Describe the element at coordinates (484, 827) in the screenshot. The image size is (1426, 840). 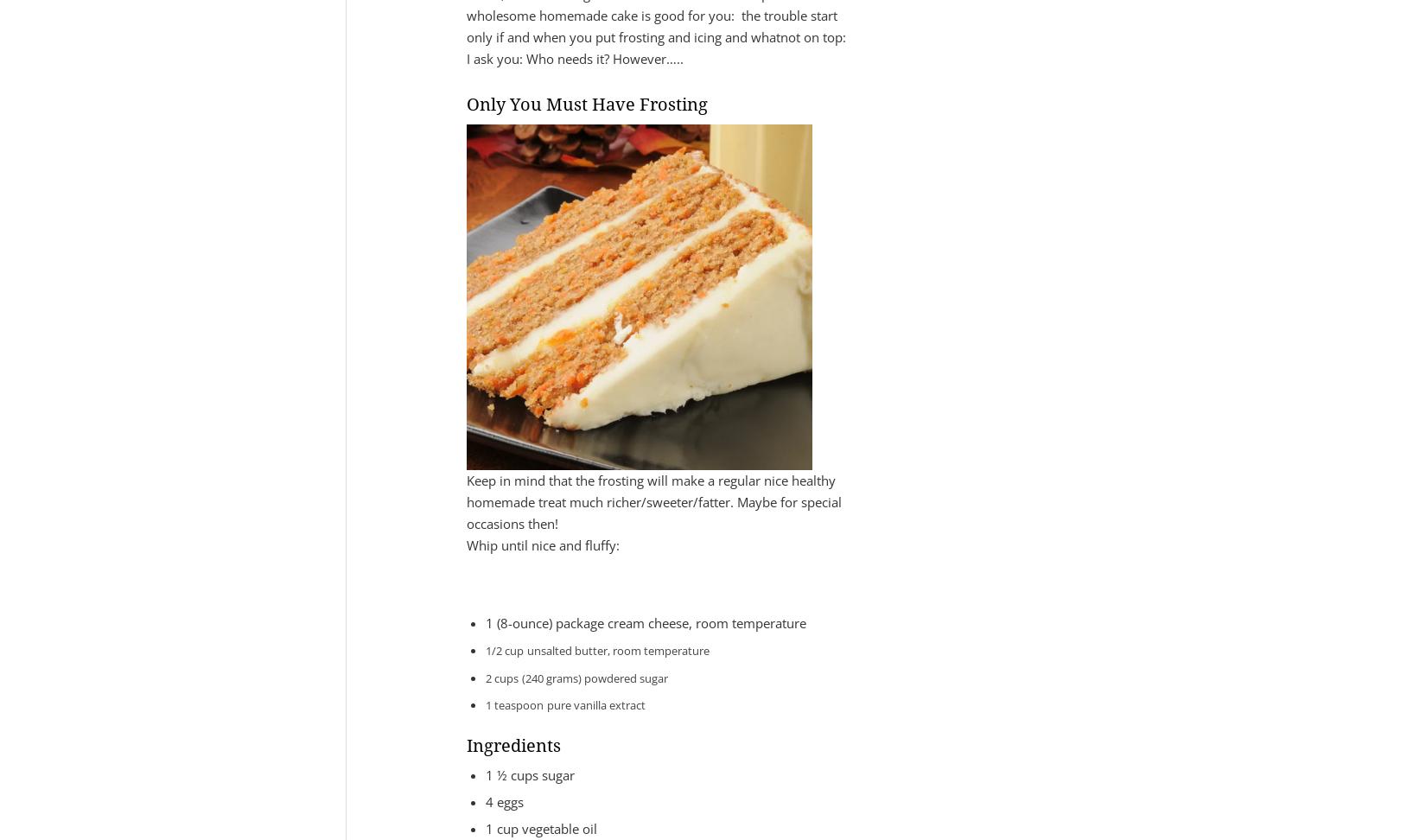
I see `'1 cup vegetable oil'` at that location.